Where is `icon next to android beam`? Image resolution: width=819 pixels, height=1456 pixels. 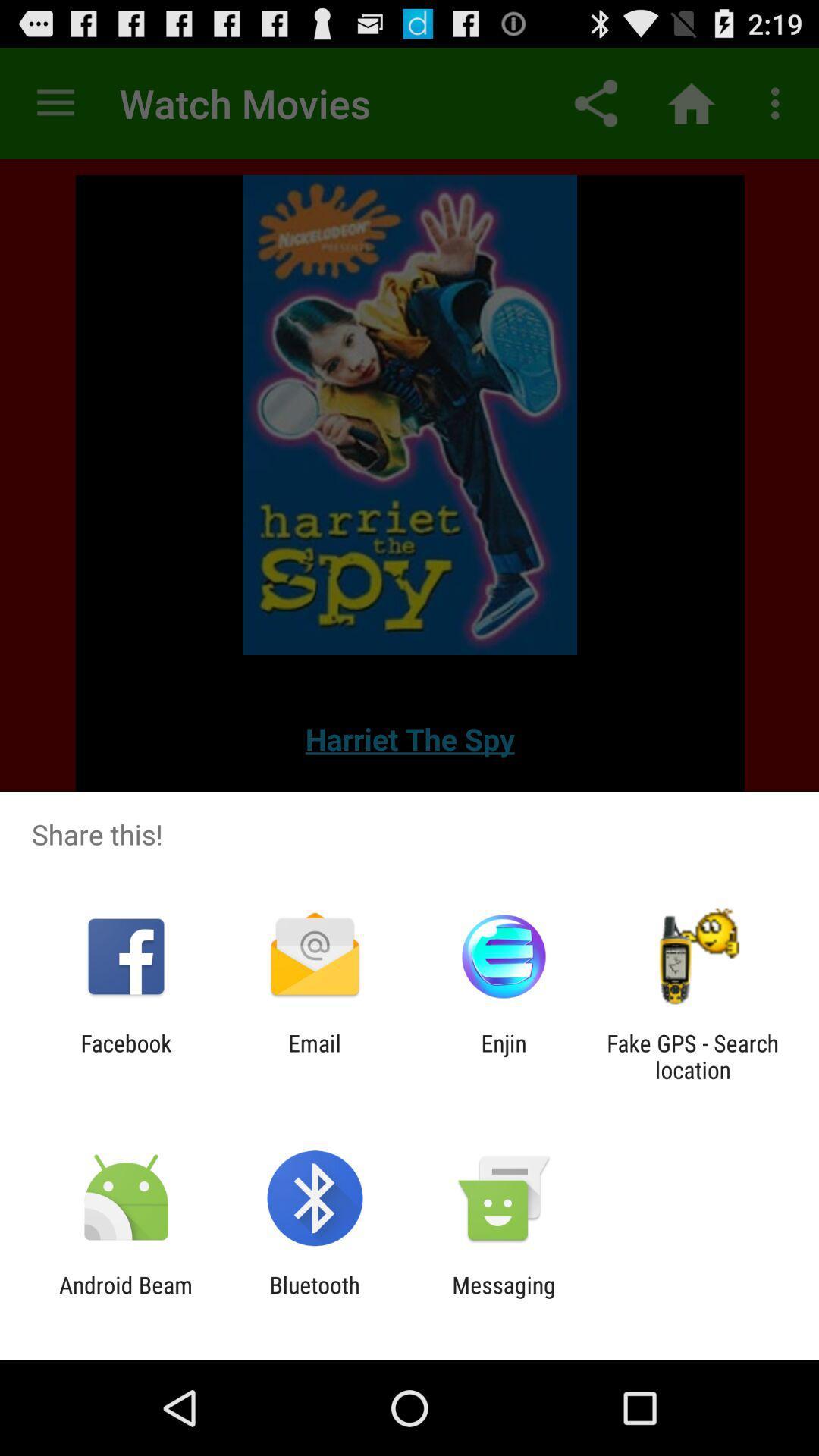
icon next to android beam is located at coordinates (314, 1298).